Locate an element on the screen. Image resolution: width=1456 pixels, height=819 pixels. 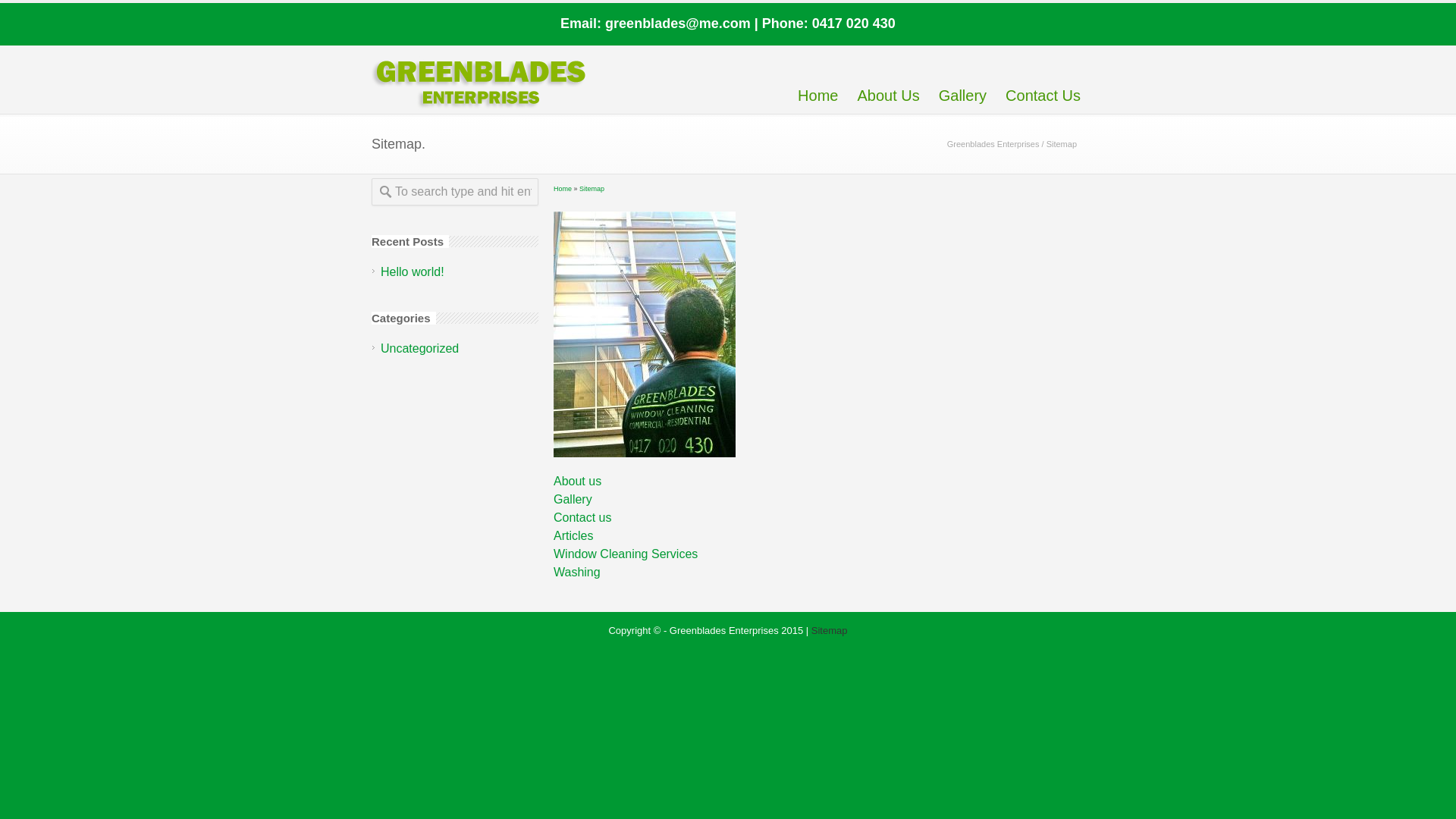
'Window Cleaning Services' is located at coordinates (552, 554).